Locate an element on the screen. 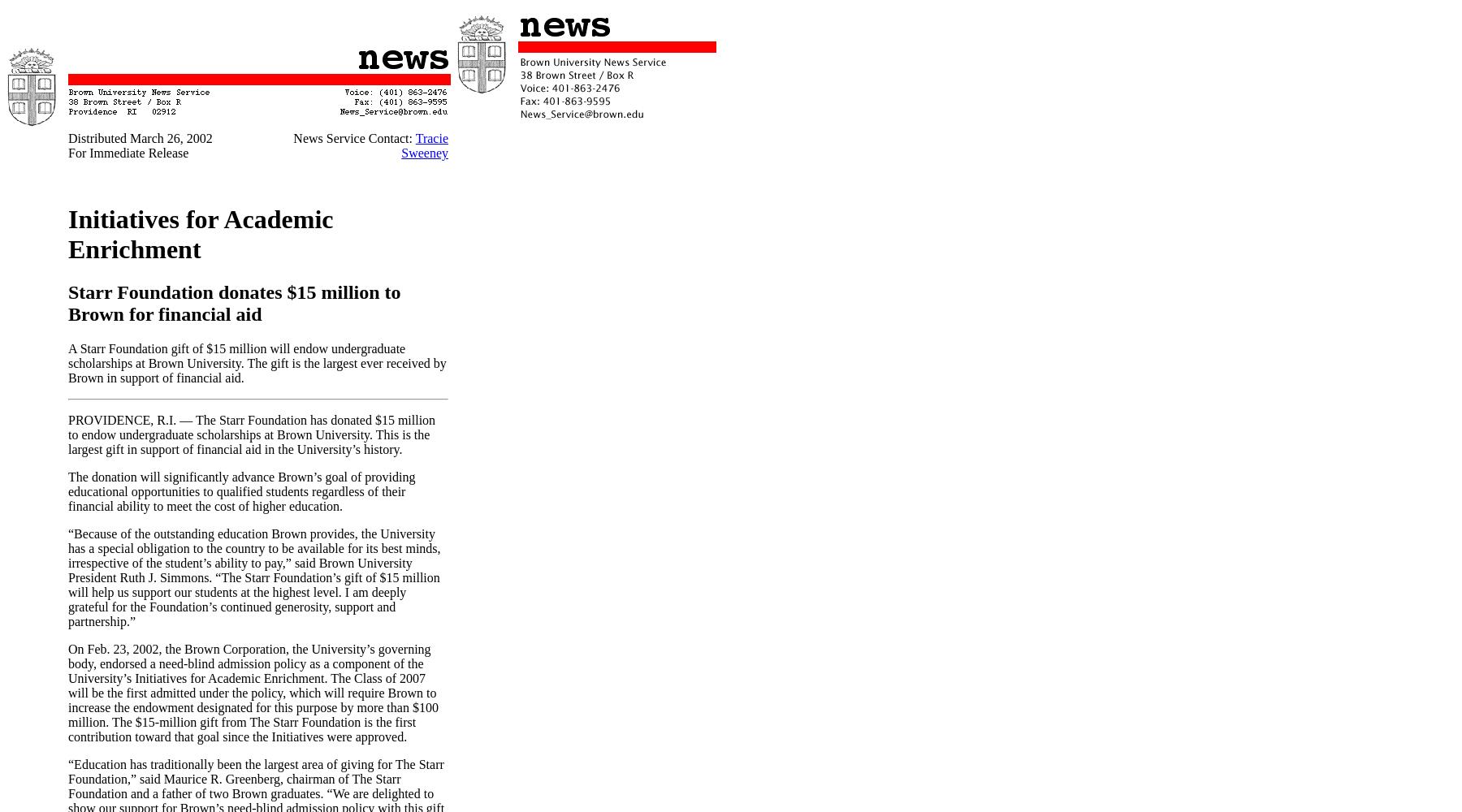  'Starr Foundation donates $15 million to Brown for financial aid' is located at coordinates (233, 302).